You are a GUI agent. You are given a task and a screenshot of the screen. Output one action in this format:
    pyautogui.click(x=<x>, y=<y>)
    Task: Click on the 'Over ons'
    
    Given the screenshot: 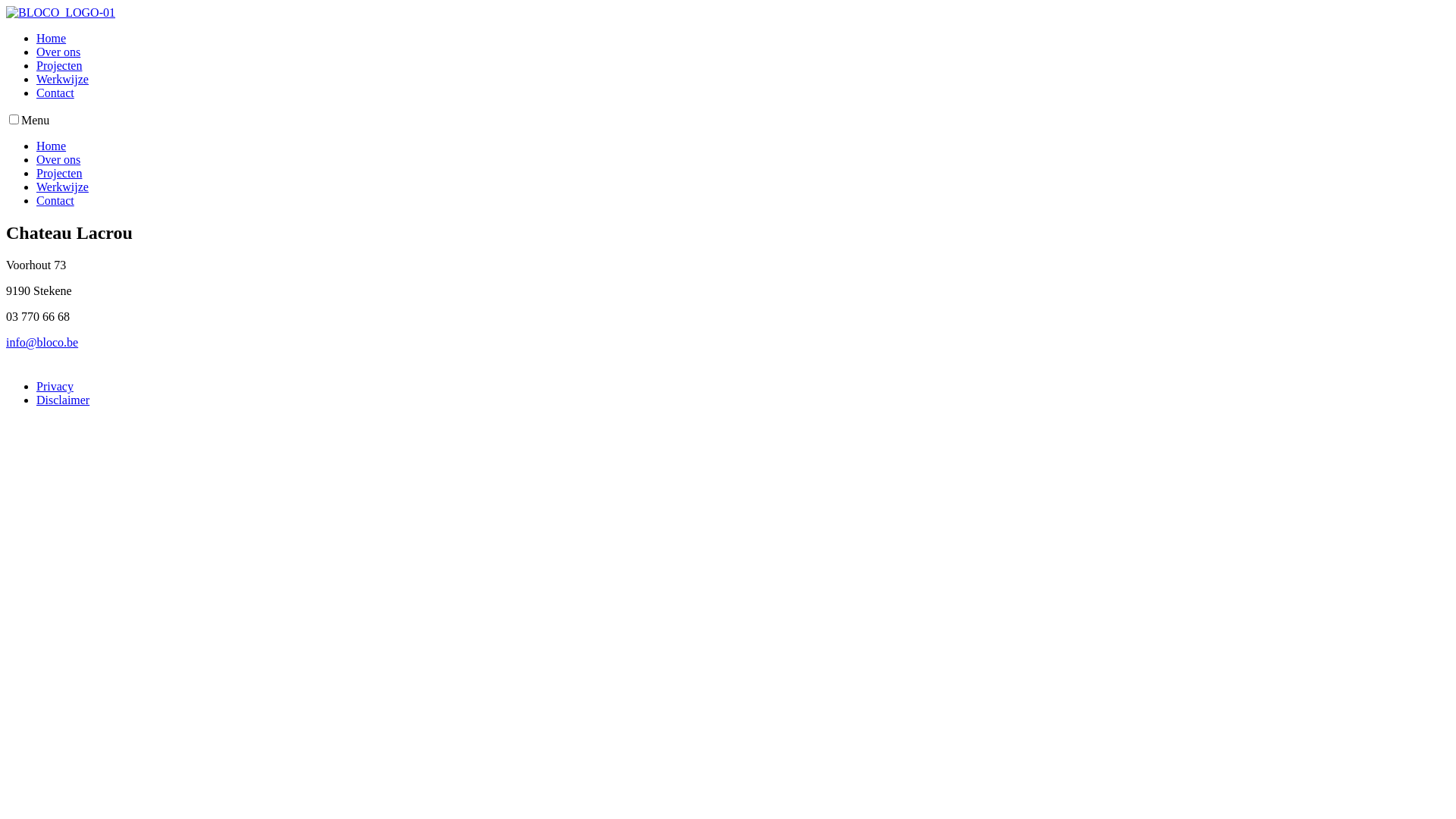 What is the action you would take?
    pyautogui.click(x=58, y=51)
    